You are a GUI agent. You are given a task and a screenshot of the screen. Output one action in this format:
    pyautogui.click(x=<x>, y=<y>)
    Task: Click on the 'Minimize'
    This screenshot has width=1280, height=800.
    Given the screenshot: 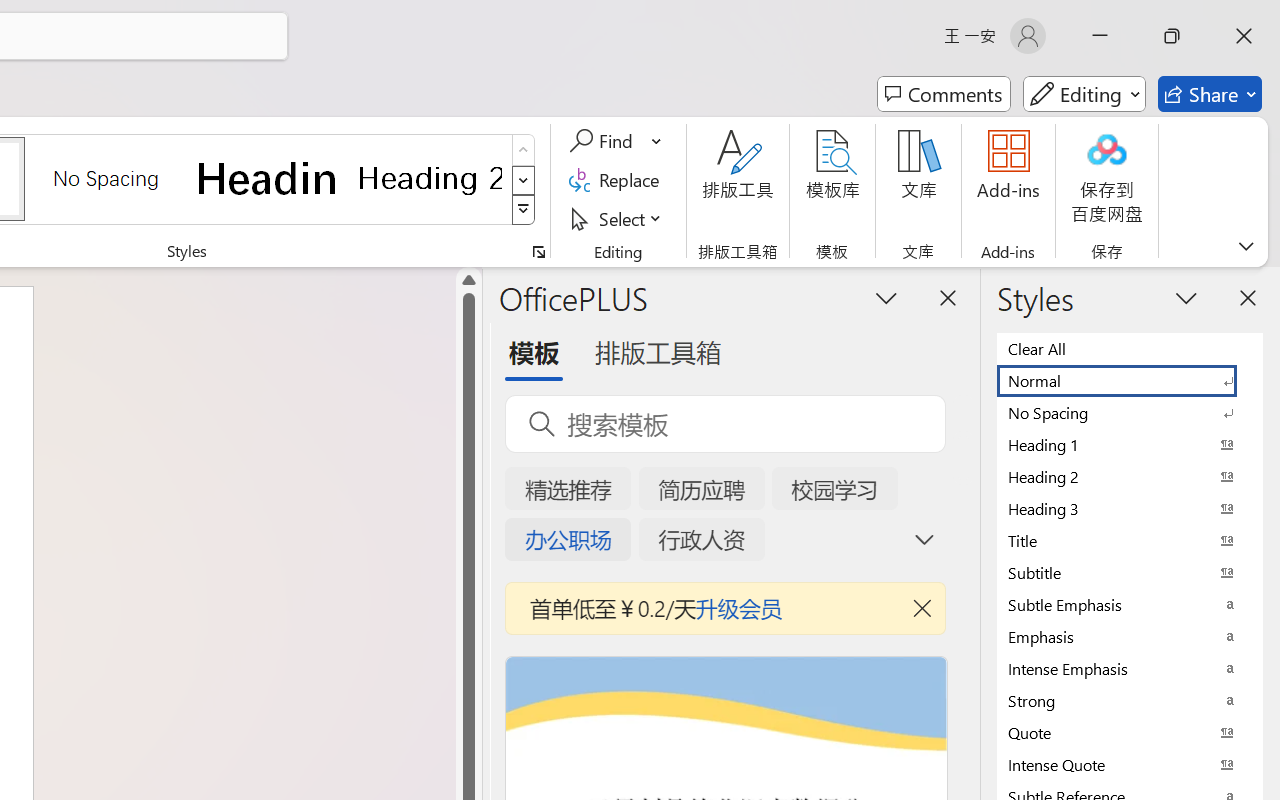 What is the action you would take?
    pyautogui.click(x=1099, y=35)
    